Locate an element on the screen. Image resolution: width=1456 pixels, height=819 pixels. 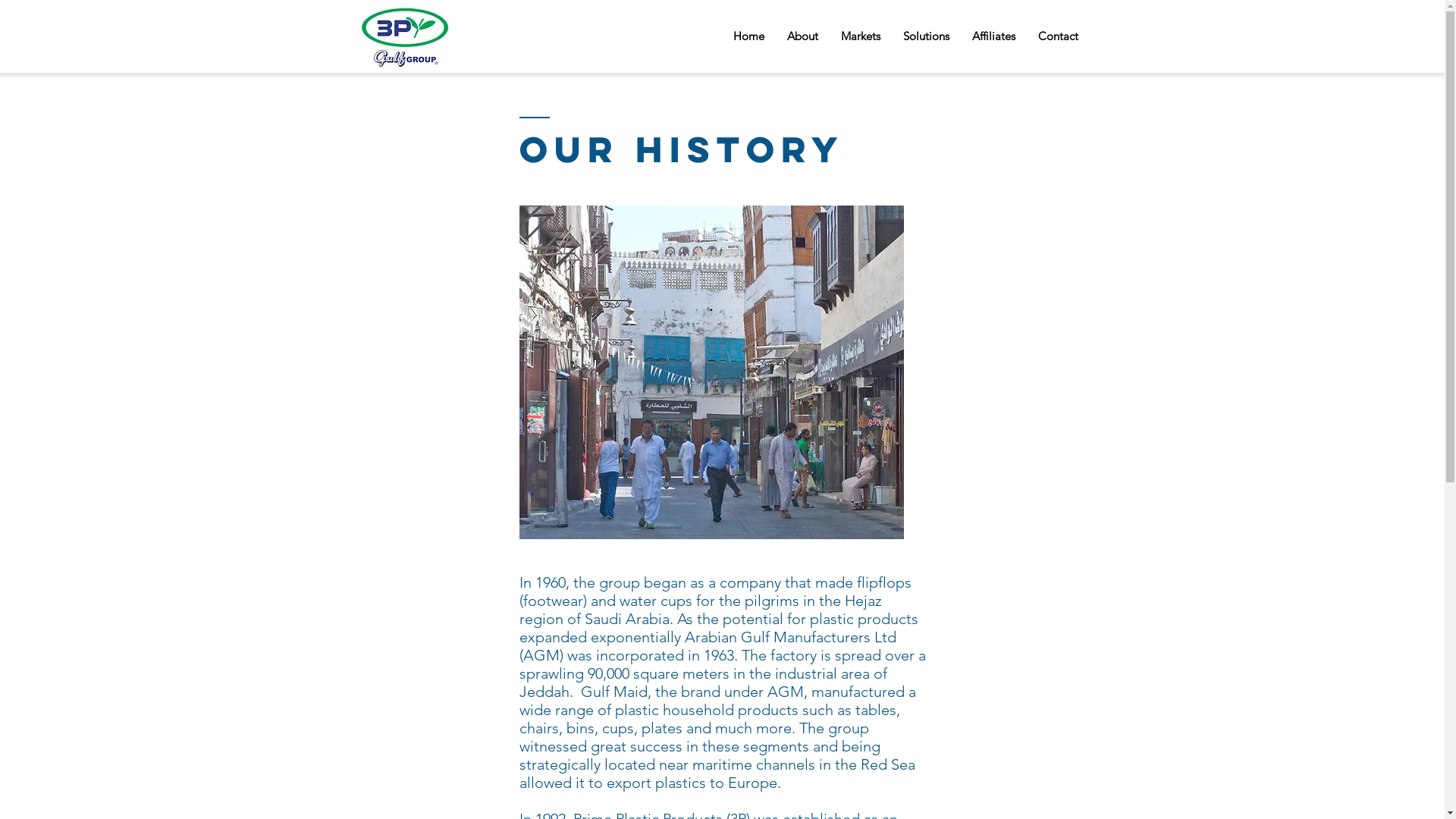
'Solutions' is located at coordinates (925, 35).